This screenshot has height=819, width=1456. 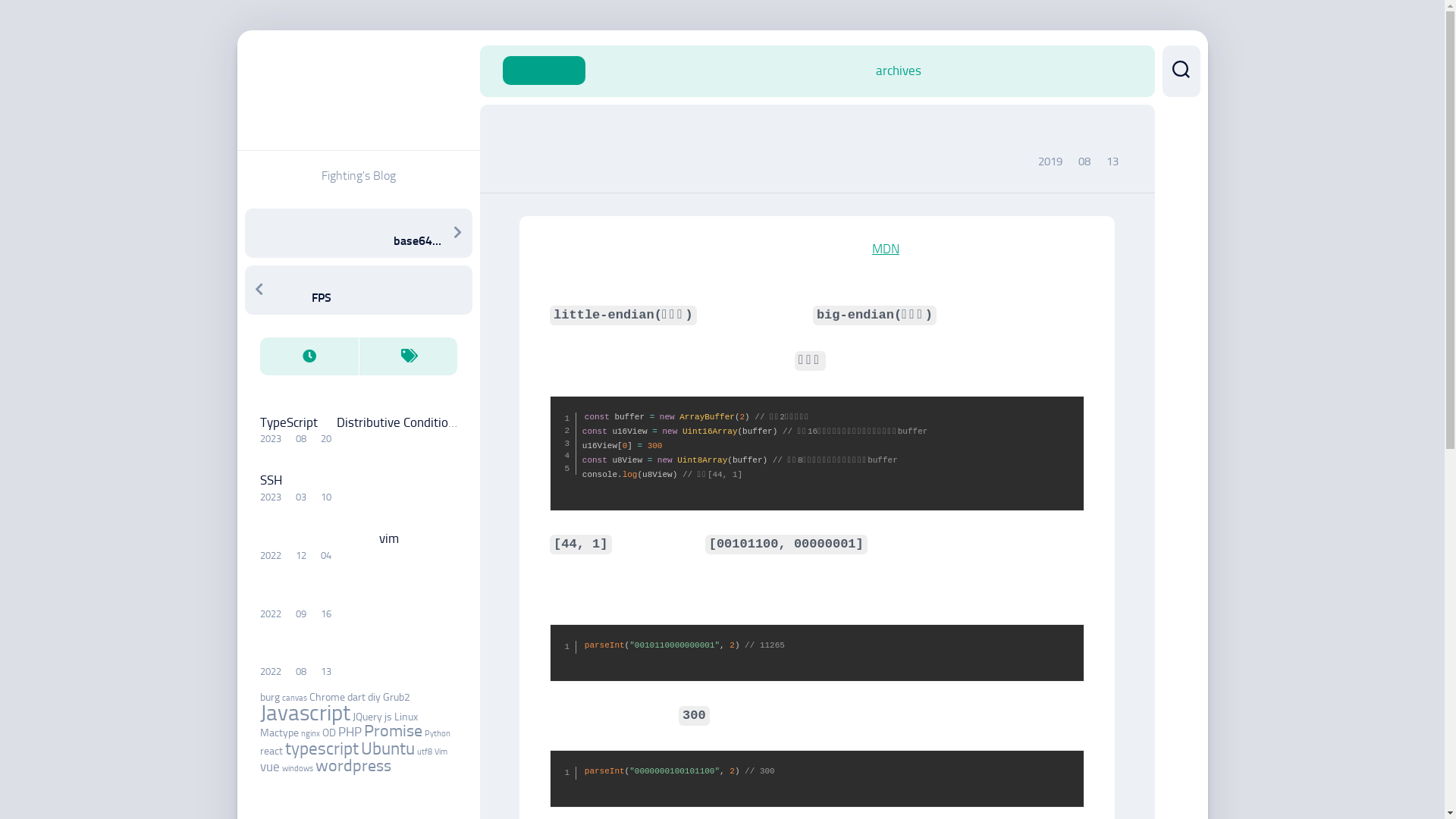 I want to click on 'vue', so click(x=269, y=766).